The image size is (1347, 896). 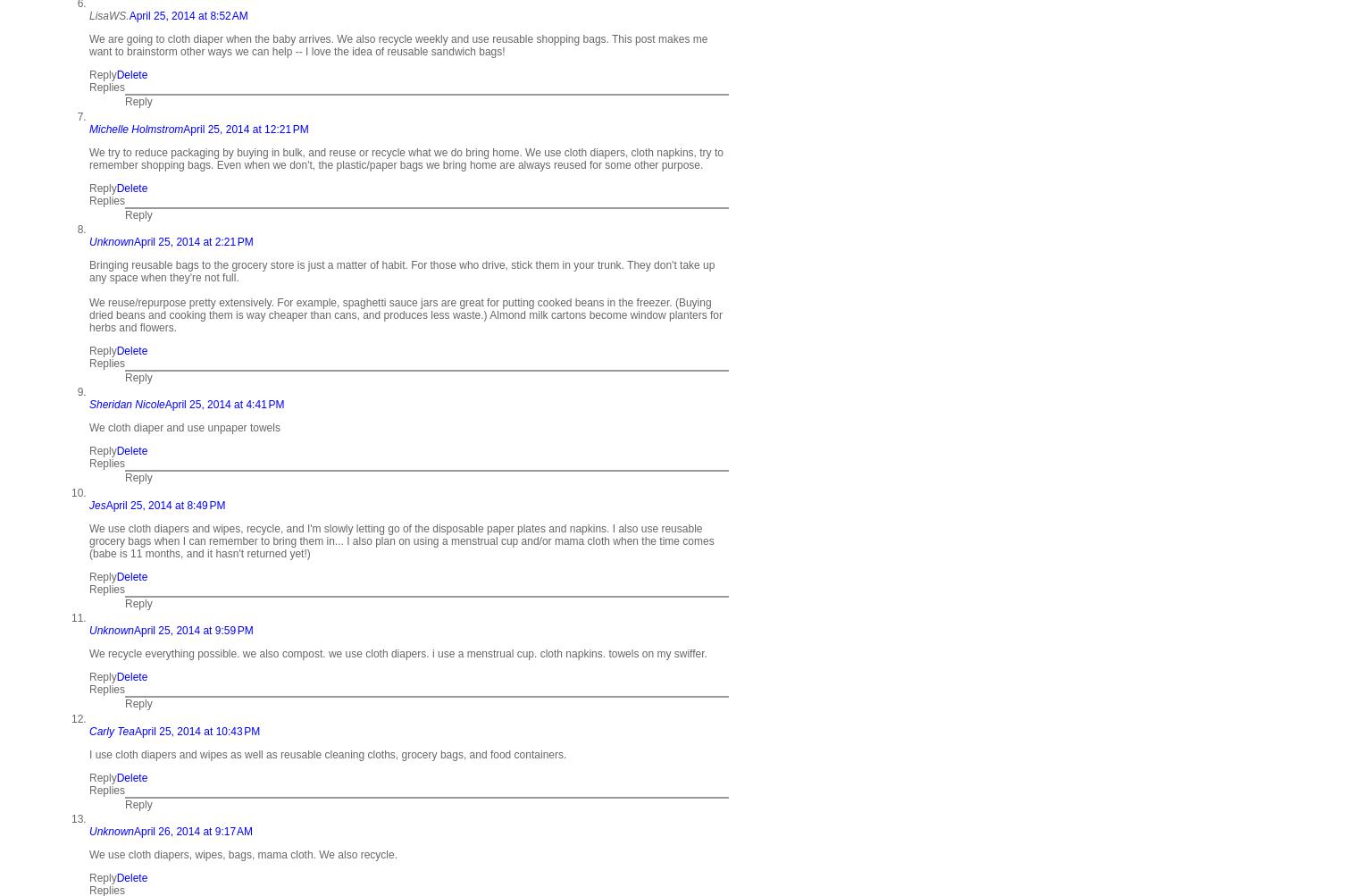 What do you see at coordinates (136, 128) in the screenshot?
I see `'Michelle Holmstrom'` at bounding box center [136, 128].